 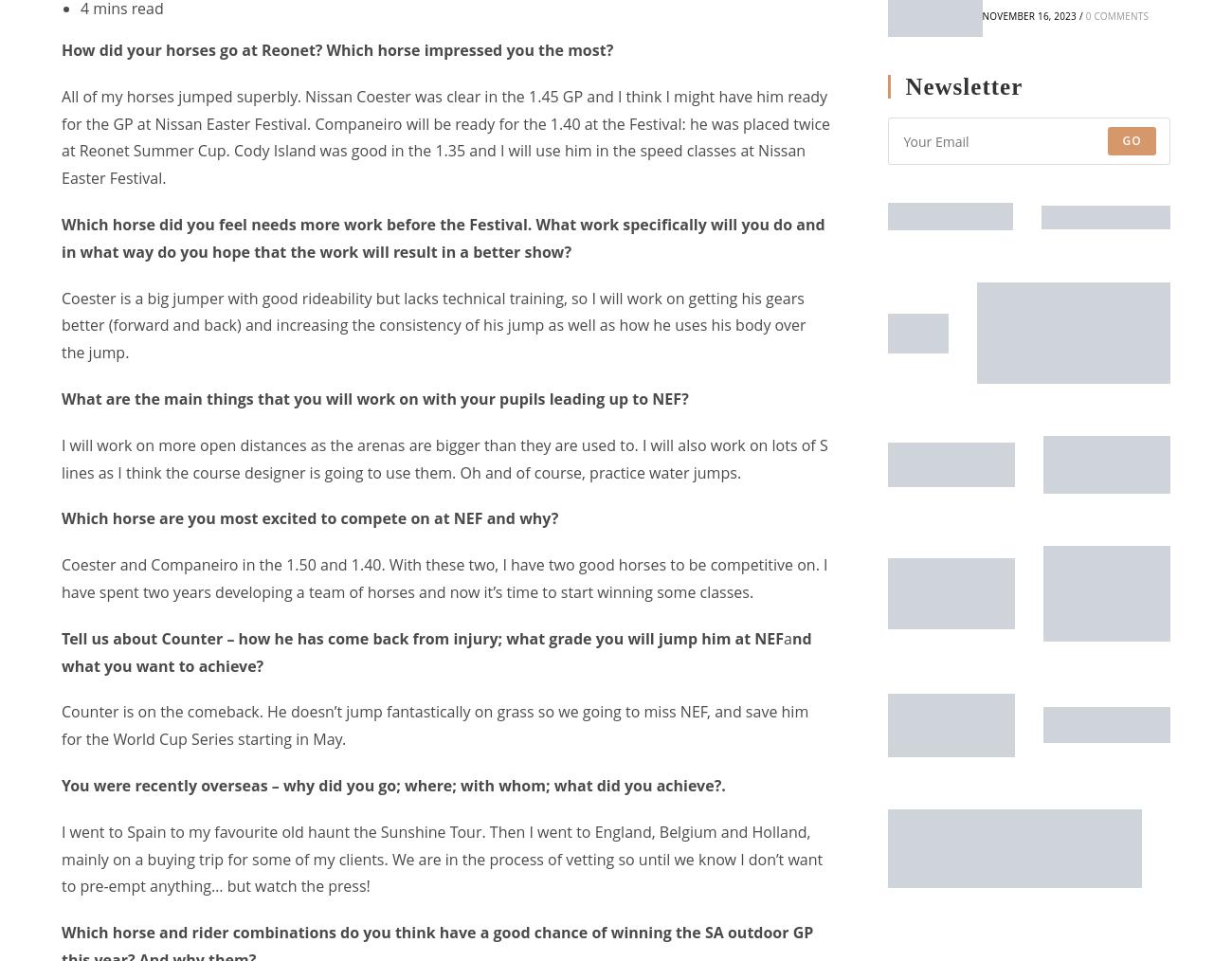 I want to click on 'You were recently overseas – why did you go; where; with whom; what did you achieve?.', so click(x=392, y=785).